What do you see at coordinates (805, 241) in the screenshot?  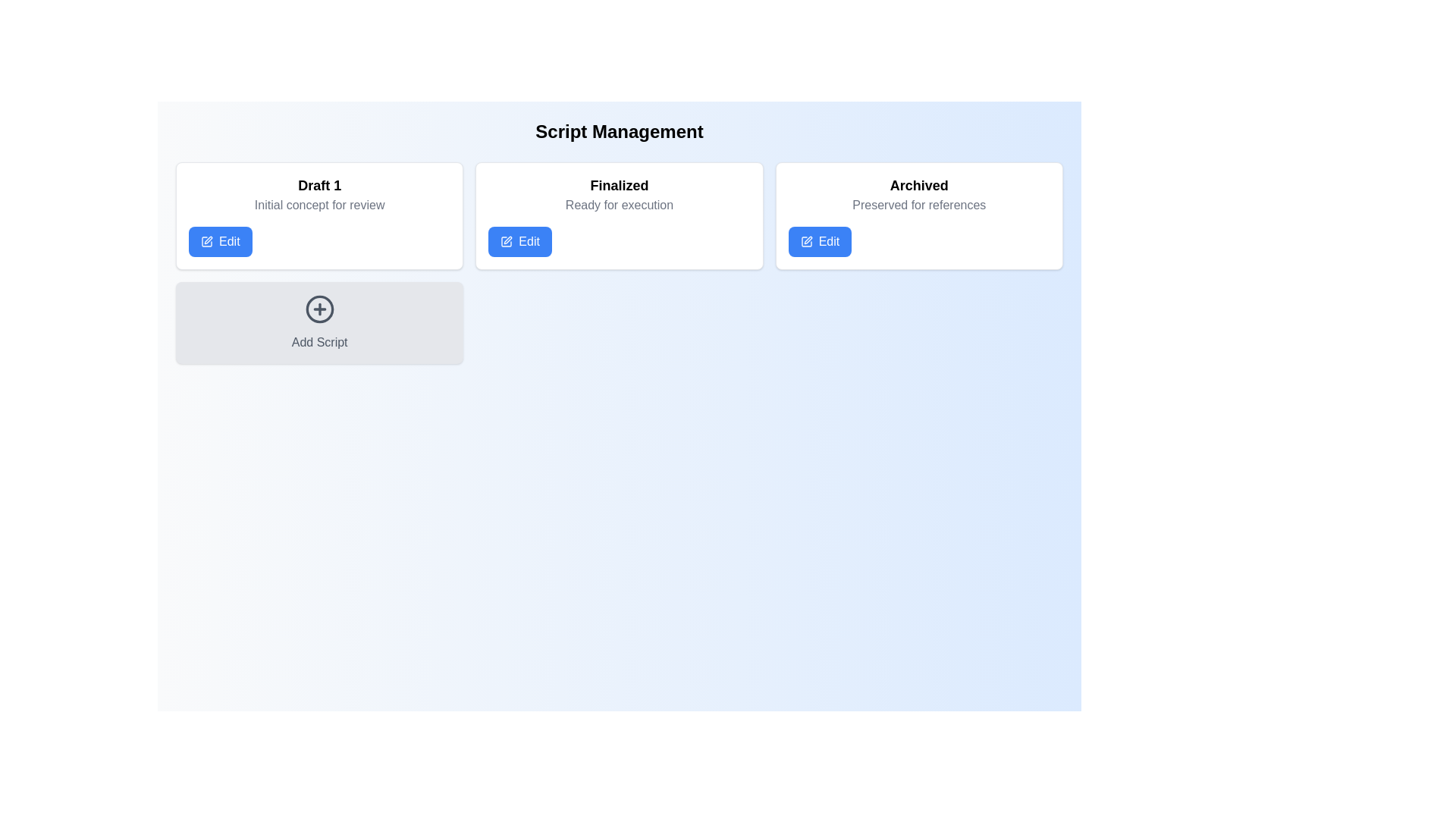 I see `the icon resembling a pen or pencil inside a blue button labeled 'Edit' to initiate the edit action` at bounding box center [805, 241].